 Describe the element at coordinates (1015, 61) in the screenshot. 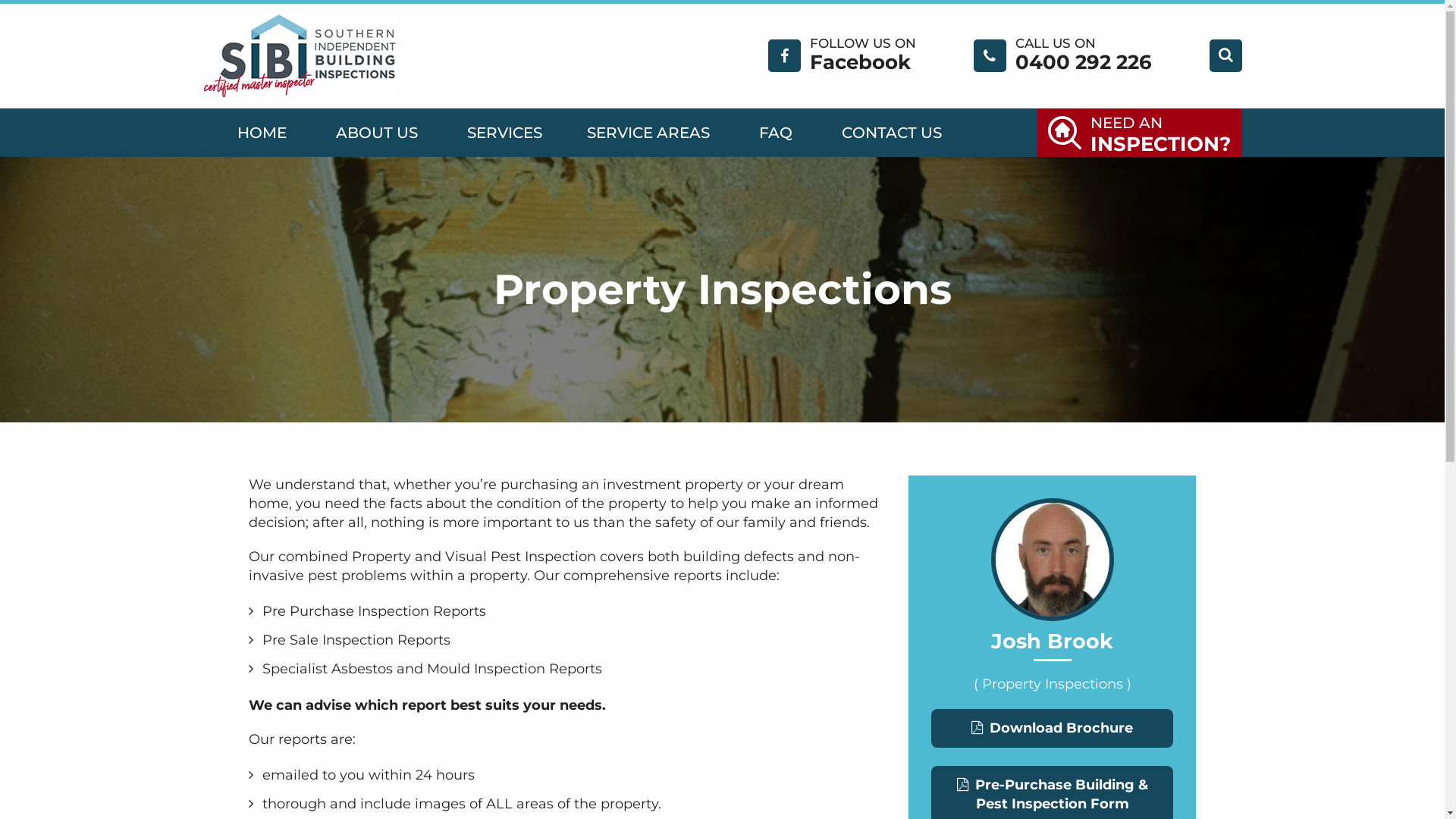

I see `'0400 292 226'` at that location.